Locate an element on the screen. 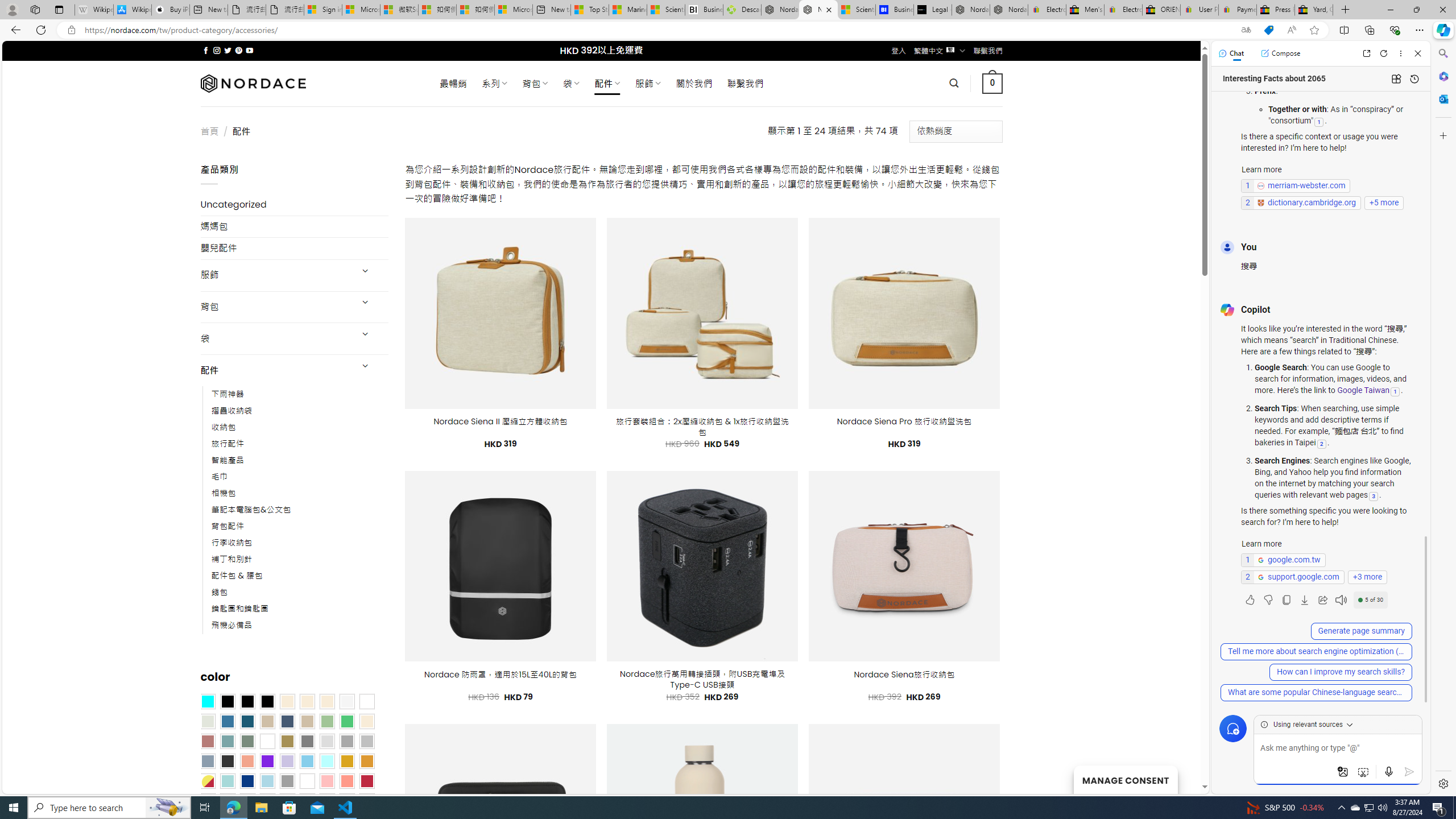  'Cream' is located at coordinates (327, 701).